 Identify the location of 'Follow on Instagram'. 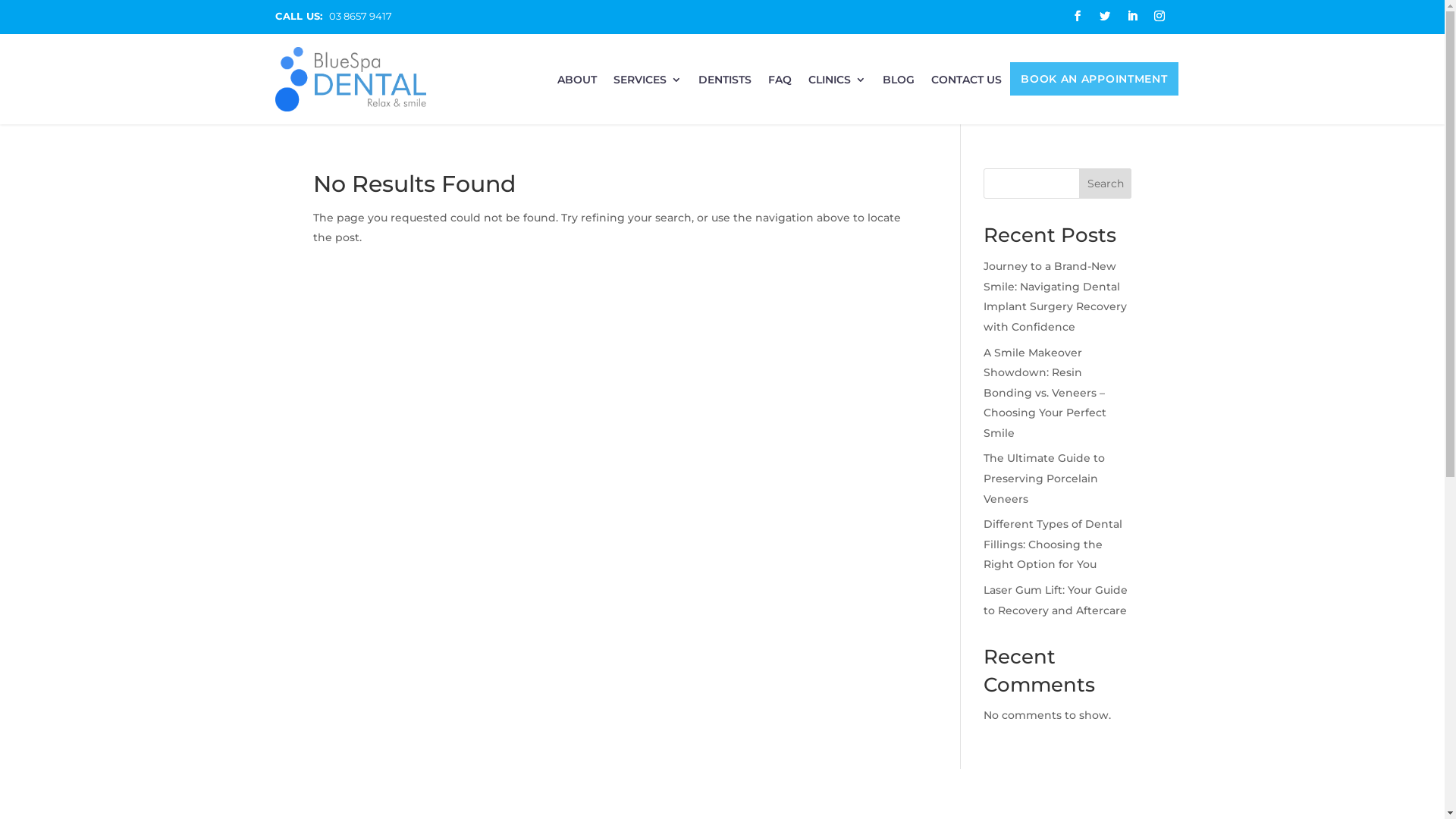
(1157, 15).